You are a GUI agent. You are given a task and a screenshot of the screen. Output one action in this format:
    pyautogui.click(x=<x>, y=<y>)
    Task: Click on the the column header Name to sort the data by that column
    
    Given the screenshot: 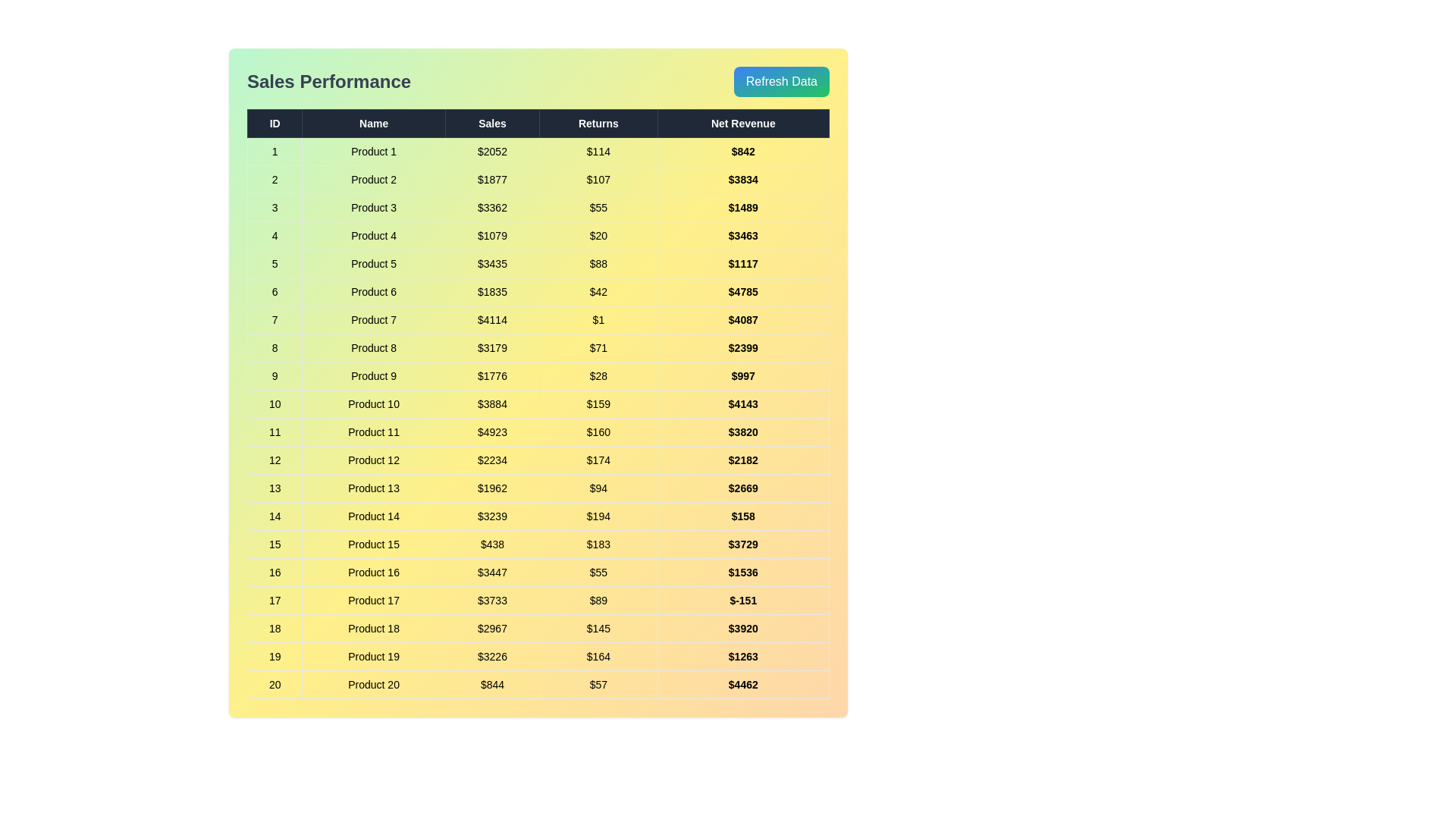 What is the action you would take?
    pyautogui.click(x=374, y=122)
    